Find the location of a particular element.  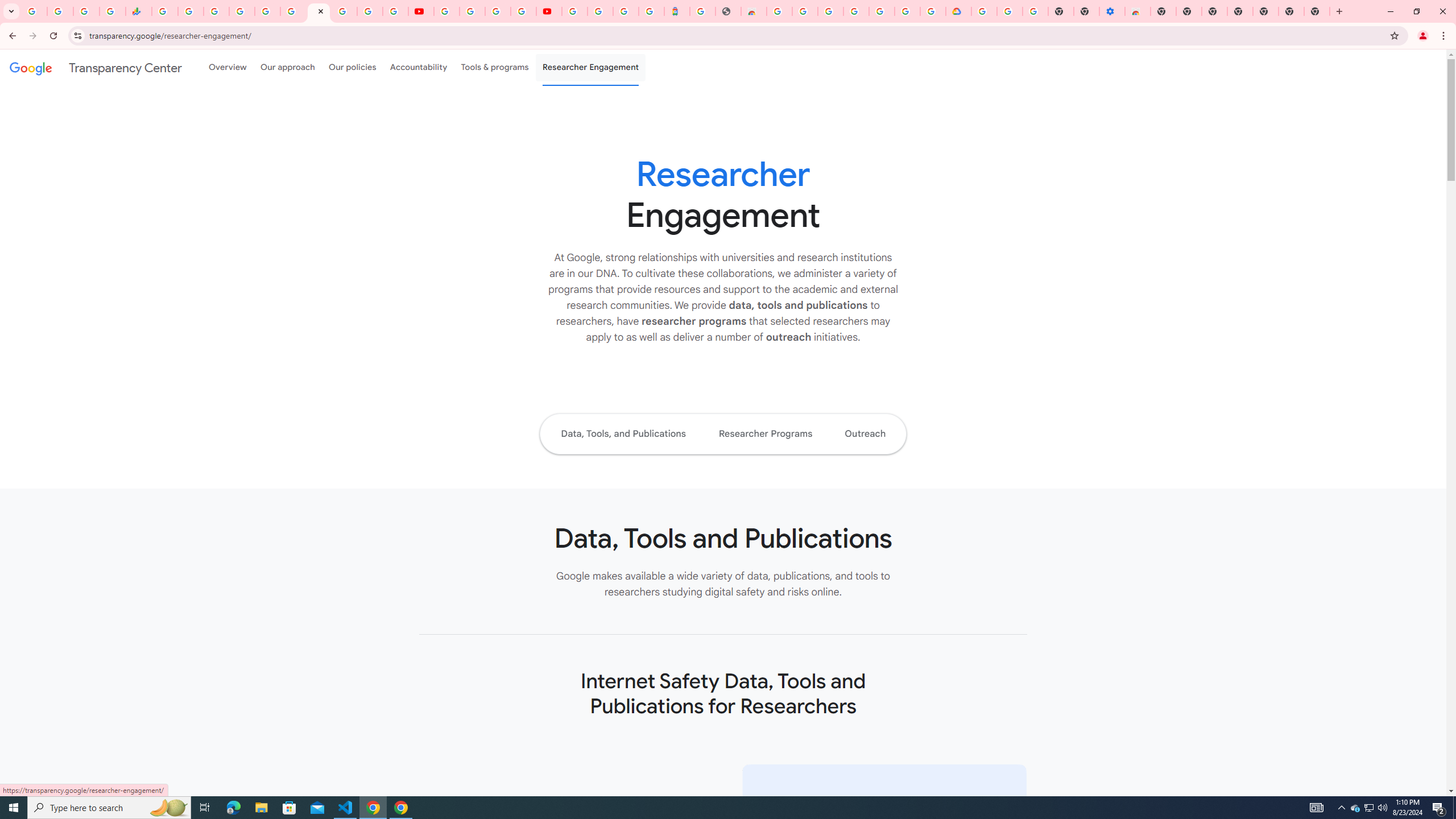

'New Tab' is located at coordinates (1317, 11).